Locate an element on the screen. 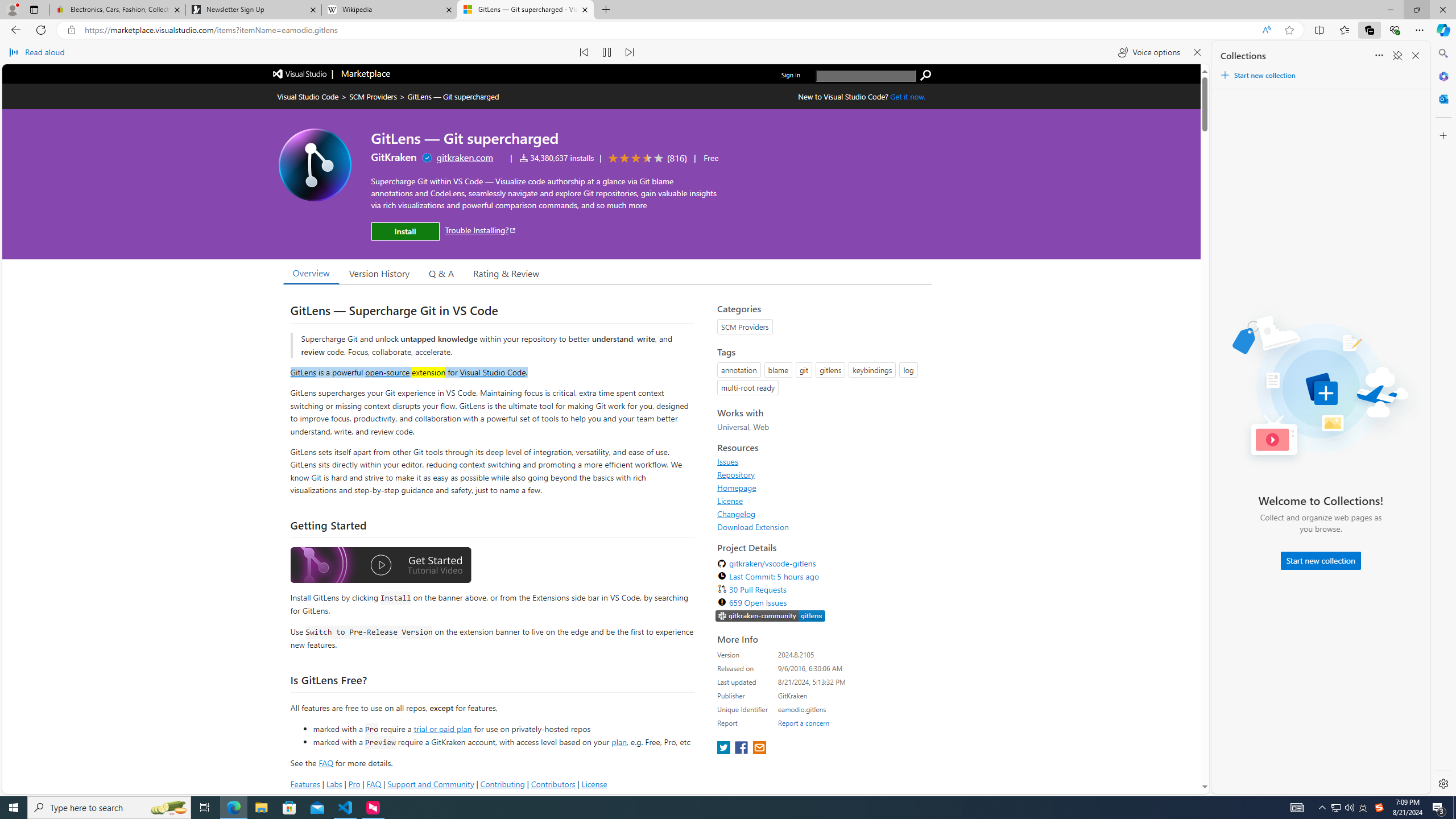 Image resolution: width=1456 pixels, height=819 pixels. 'FAQ' is located at coordinates (373, 784).